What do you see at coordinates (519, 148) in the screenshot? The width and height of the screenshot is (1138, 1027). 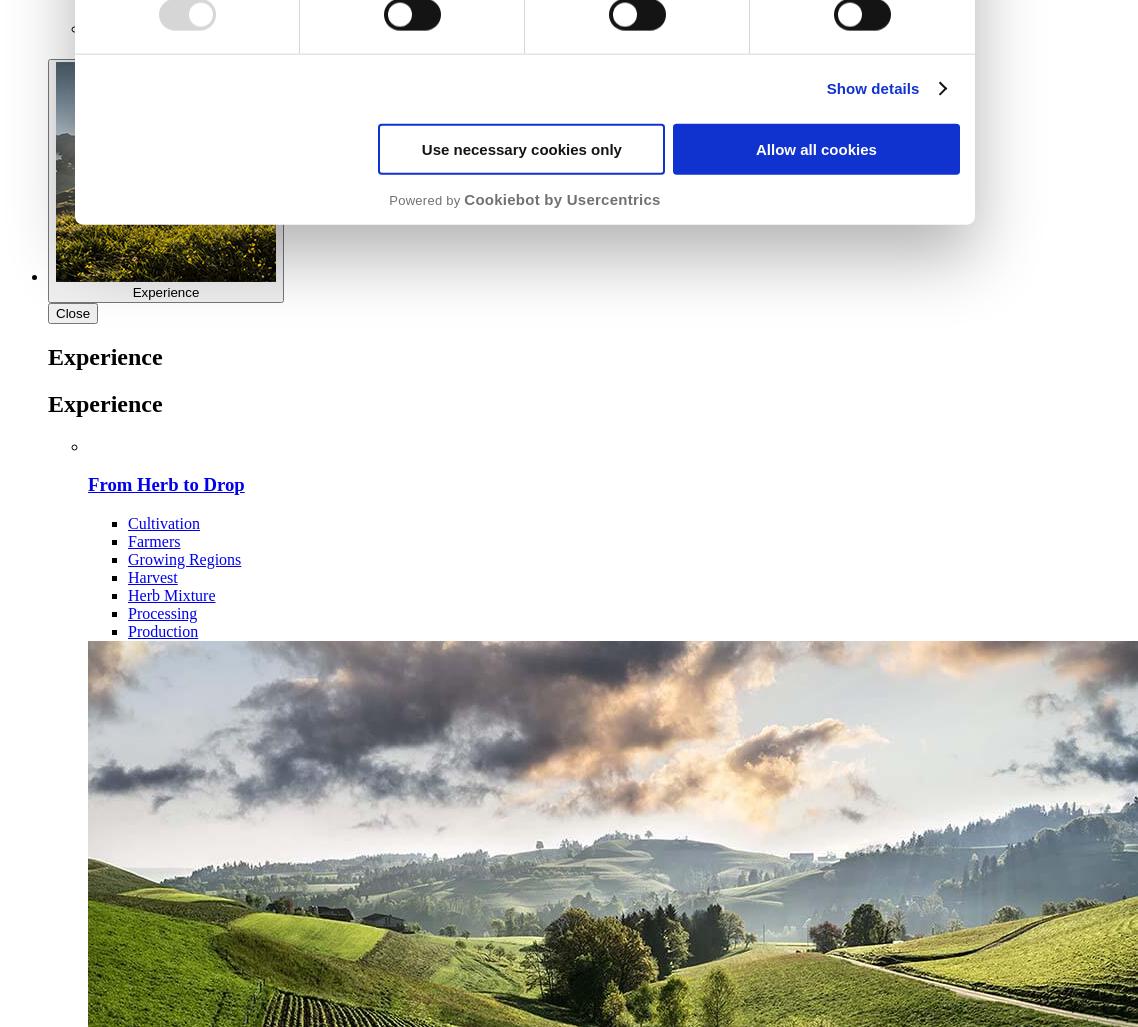 I see `'Use necessary cookies only'` at bounding box center [519, 148].